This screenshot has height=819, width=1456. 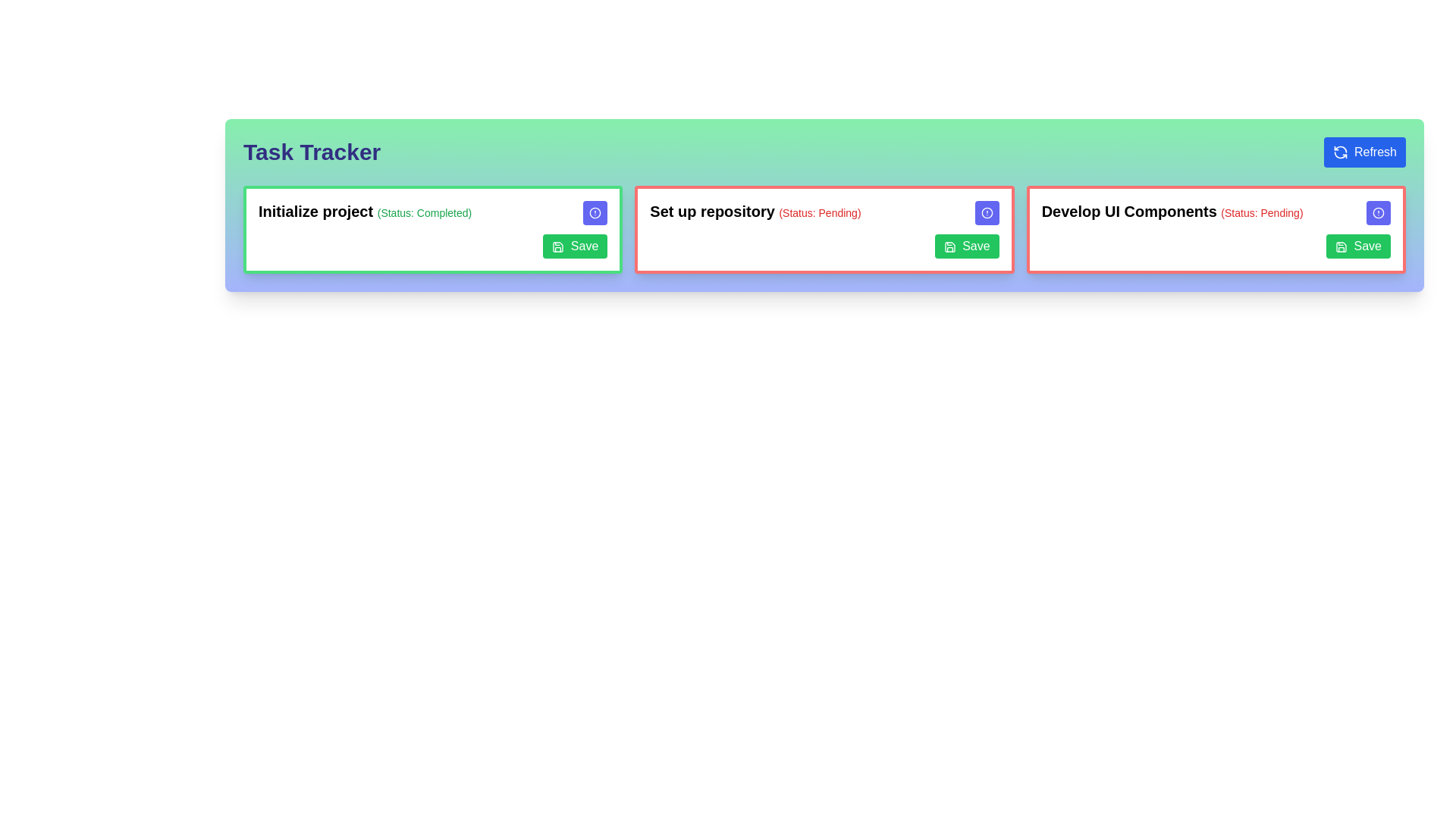 What do you see at coordinates (311, 152) in the screenshot?
I see `the 'Task Tracker' text label, which is styled in bold, large indigo font on a gradient green background at the top-left section of the interface` at bounding box center [311, 152].